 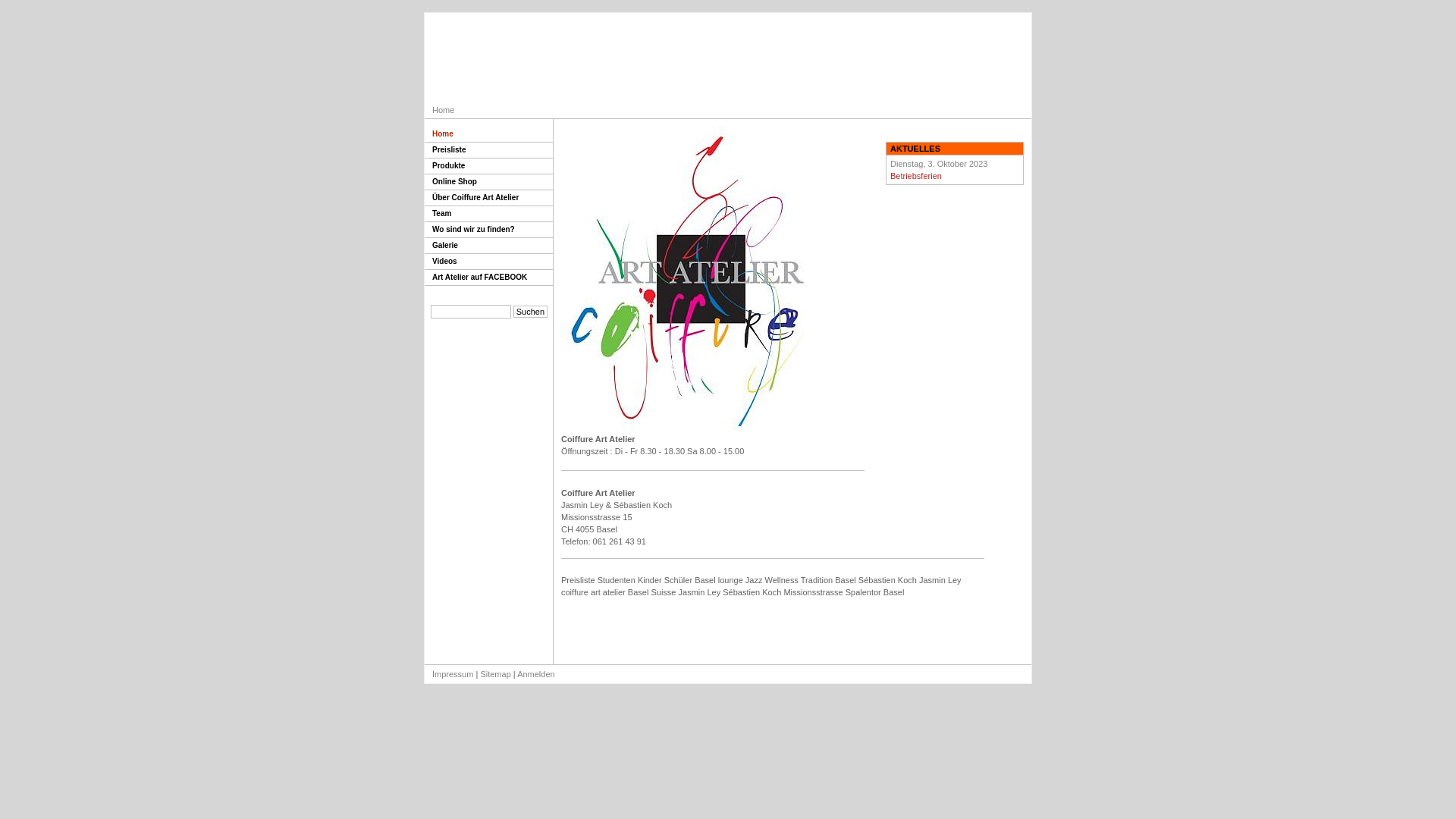 I want to click on 'Preisliste', so click(x=425, y=150).